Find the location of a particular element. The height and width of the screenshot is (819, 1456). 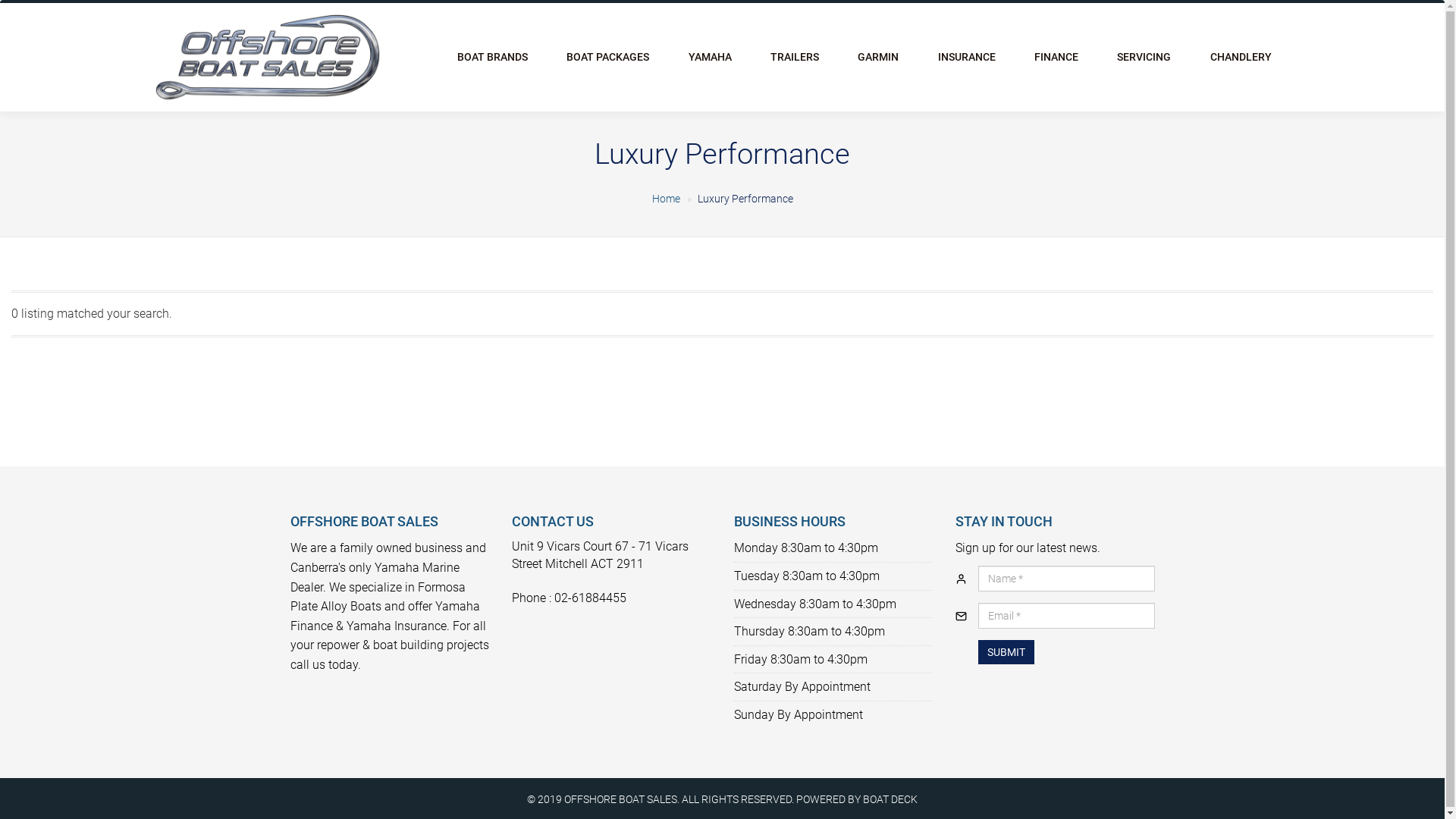

'FINANCE' is located at coordinates (1055, 56).